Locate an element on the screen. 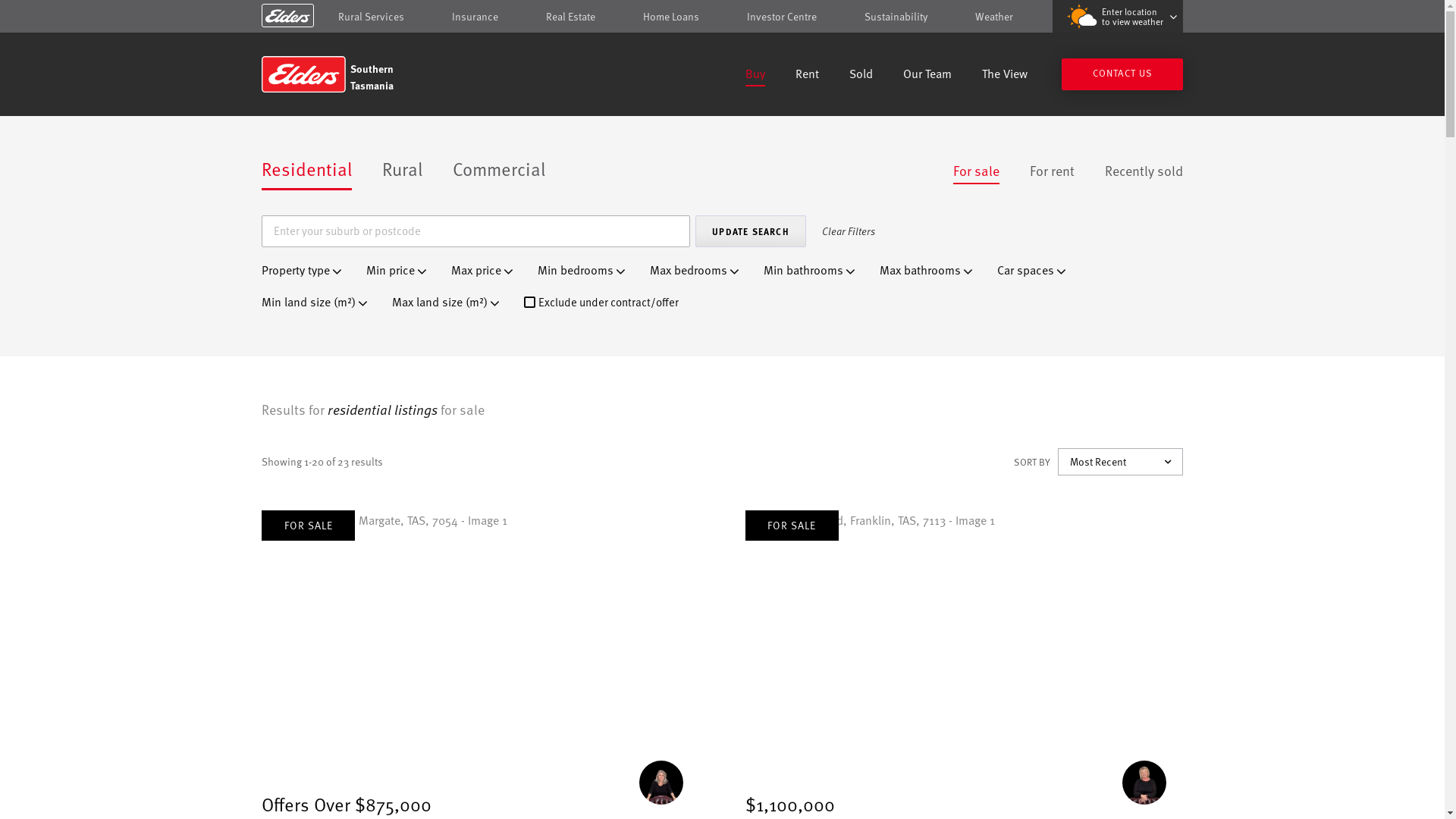  'Residential' is located at coordinates (262, 169).